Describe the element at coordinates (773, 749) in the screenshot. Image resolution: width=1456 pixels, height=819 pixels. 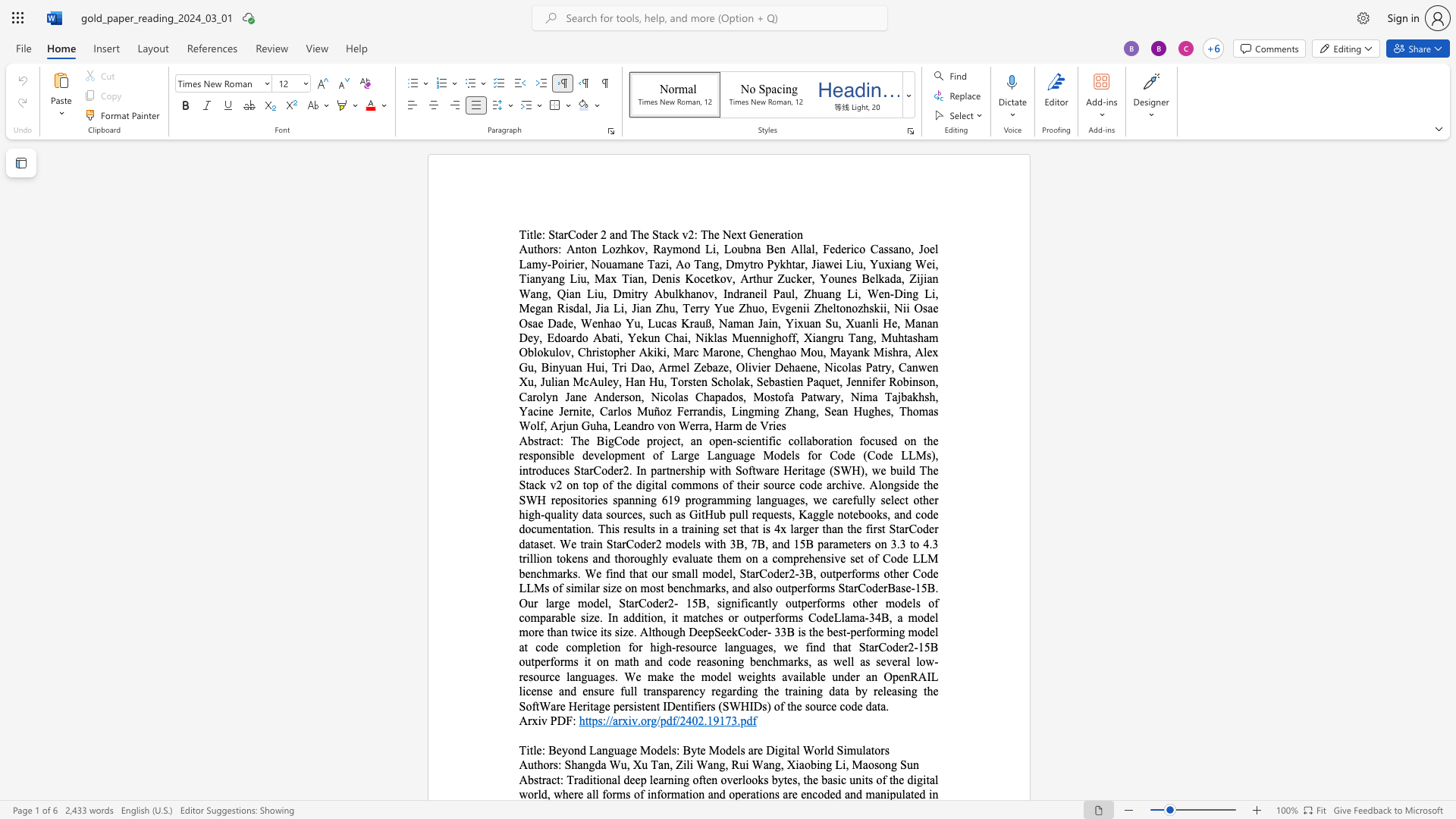
I see `the space between the continuous character "D" and "i" in the text` at that location.